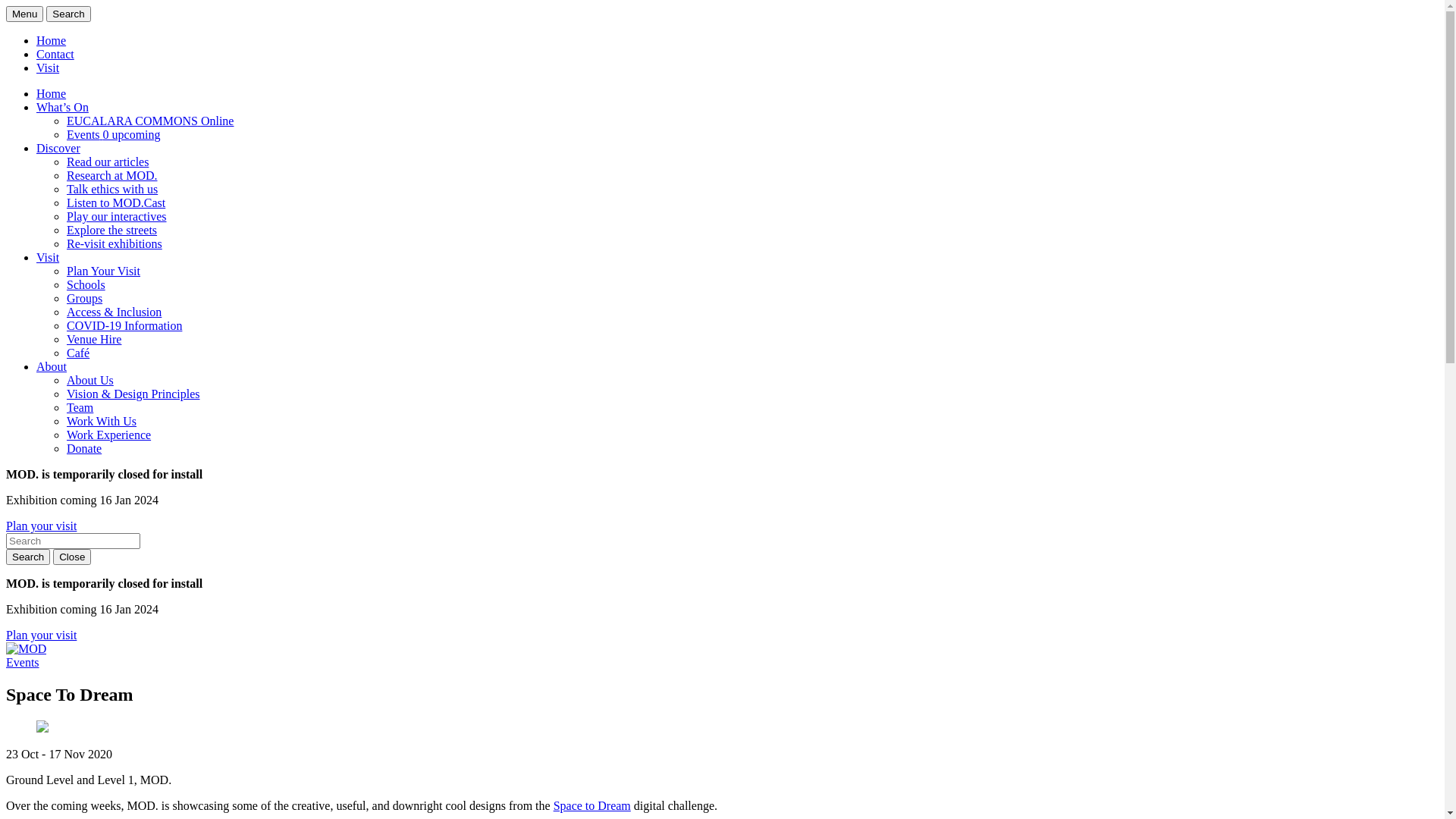 This screenshot has height=819, width=1456. Describe the element at coordinates (51, 366) in the screenshot. I see `'About'` at that location.